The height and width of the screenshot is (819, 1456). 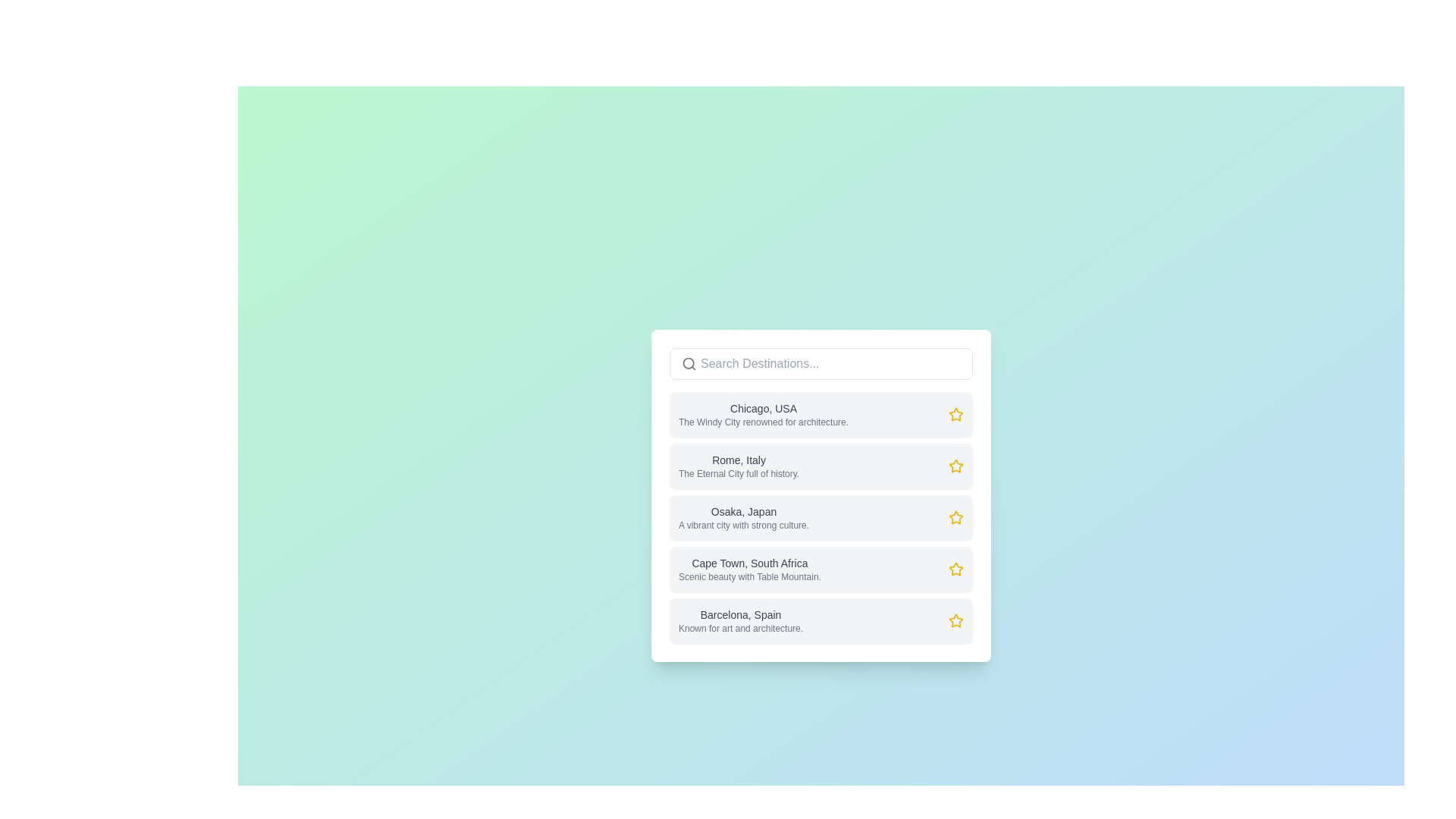 What do you see at coordinates (688, 363) in the screenshot?
I see `the center of the magnifying glass icon which signifies the search function in the search interface located at the top of the card` at bounding box center [688, 363].